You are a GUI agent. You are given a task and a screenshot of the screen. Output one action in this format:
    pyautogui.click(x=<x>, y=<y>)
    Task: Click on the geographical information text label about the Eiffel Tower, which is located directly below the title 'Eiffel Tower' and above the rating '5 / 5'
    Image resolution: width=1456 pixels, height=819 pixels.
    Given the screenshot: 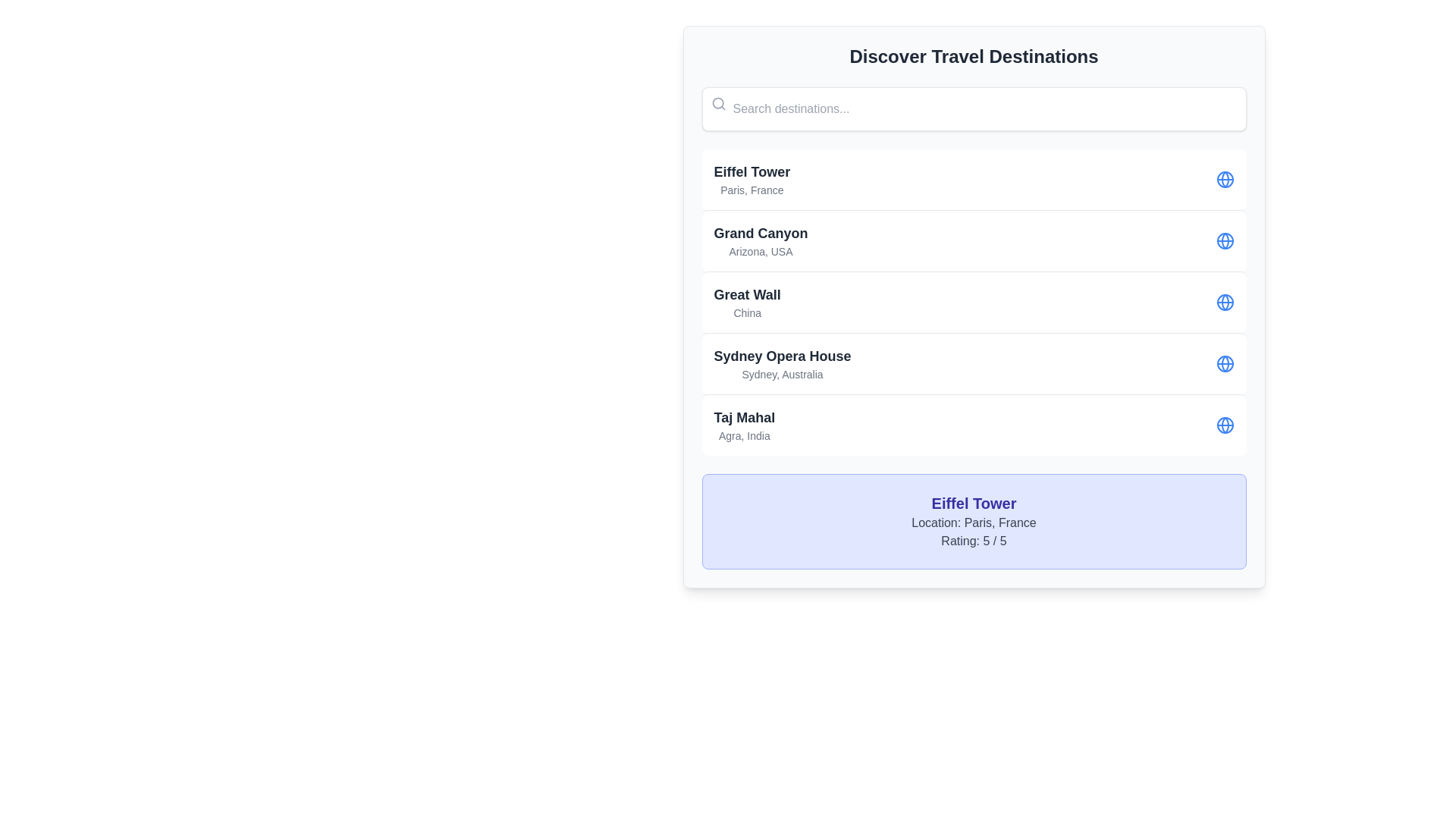 What is the action you would take?
    pyautogui.click(x=974, y=522)
    